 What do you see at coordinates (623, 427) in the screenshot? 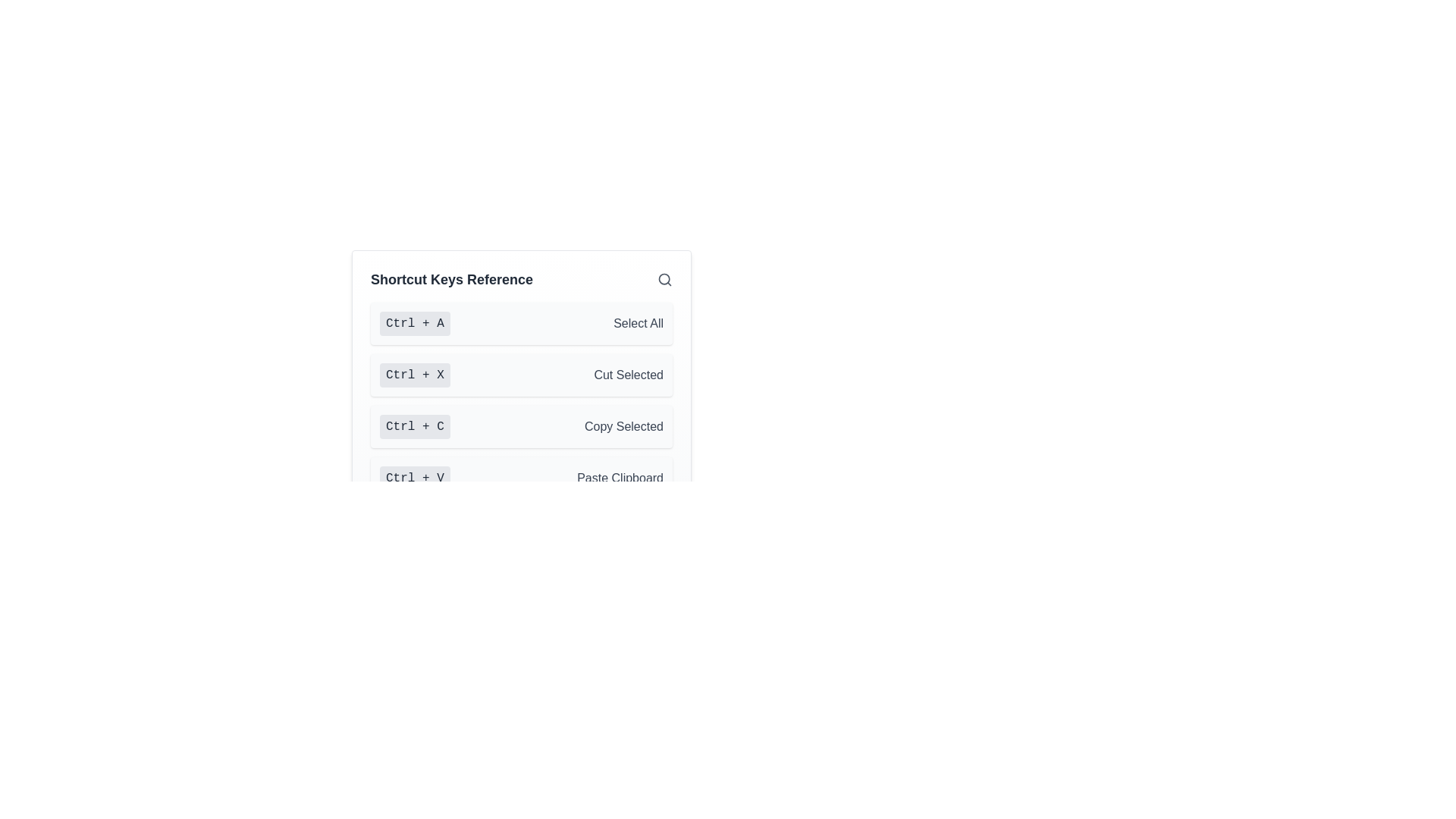
I see `the Text label that describes the 'Ctrl + C' shortcut action for copying selected items in the 'Shortcut Keys Reference' list` at bounding box center [623, 427].